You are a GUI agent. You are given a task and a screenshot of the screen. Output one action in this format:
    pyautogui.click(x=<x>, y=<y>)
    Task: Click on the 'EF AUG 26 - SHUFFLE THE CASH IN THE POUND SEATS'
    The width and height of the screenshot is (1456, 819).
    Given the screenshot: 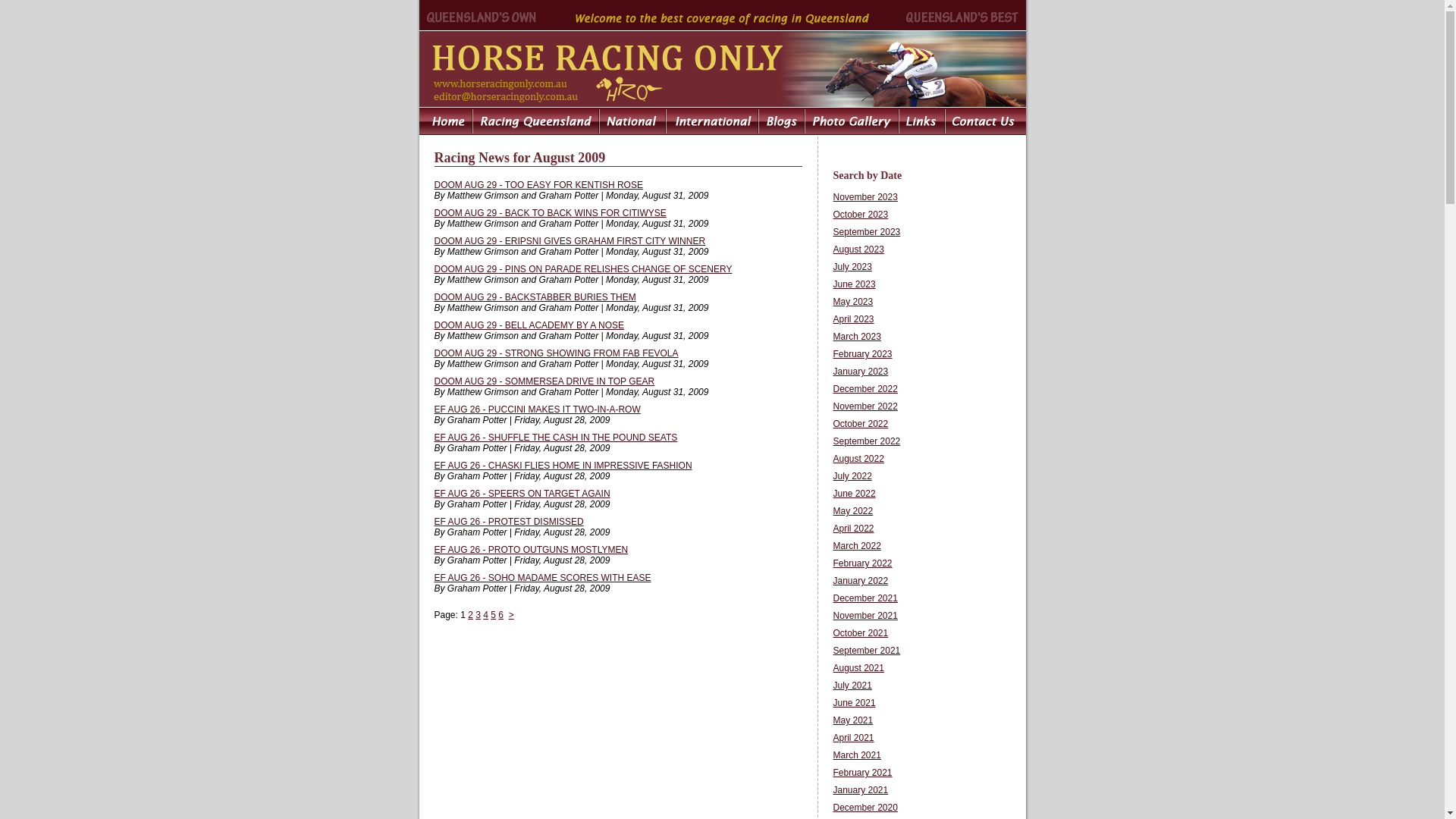 What is the action you would take?
    pyautogui.click(x=554, y=438)
    